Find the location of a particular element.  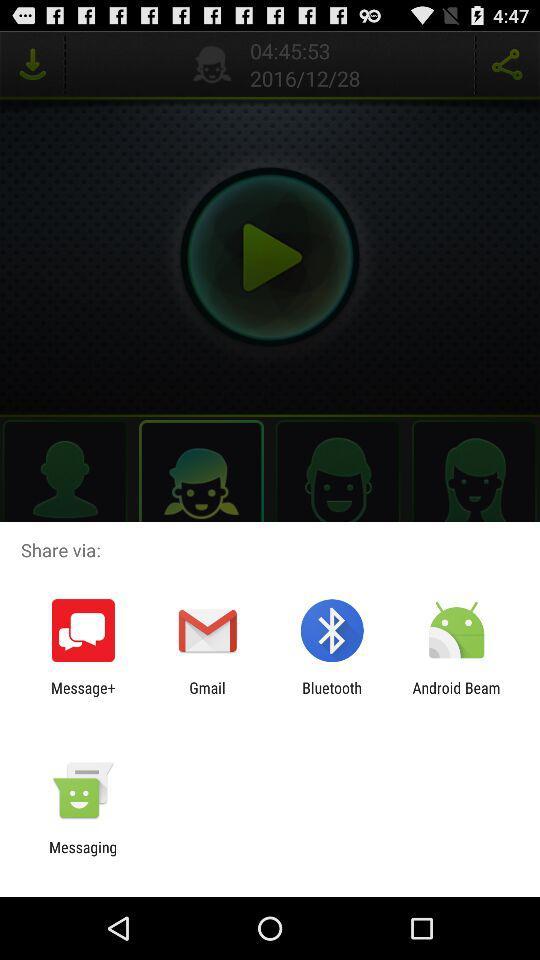

icon to the right of bluetooth is located at coordinates (456, 696).